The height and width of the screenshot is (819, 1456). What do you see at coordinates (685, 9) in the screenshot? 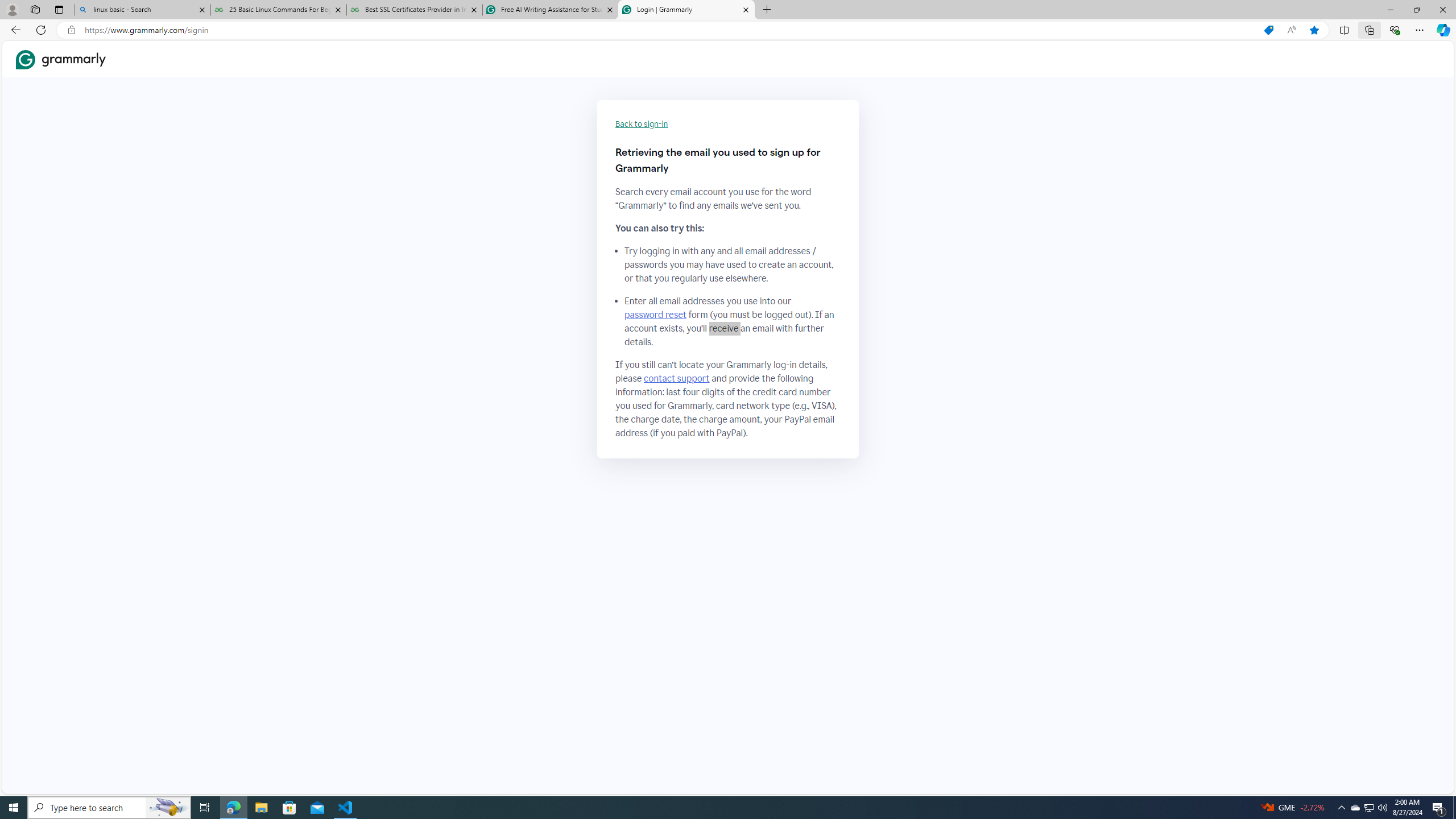
I see `'Login | Grammarly'` at bounding box center [685, 9].